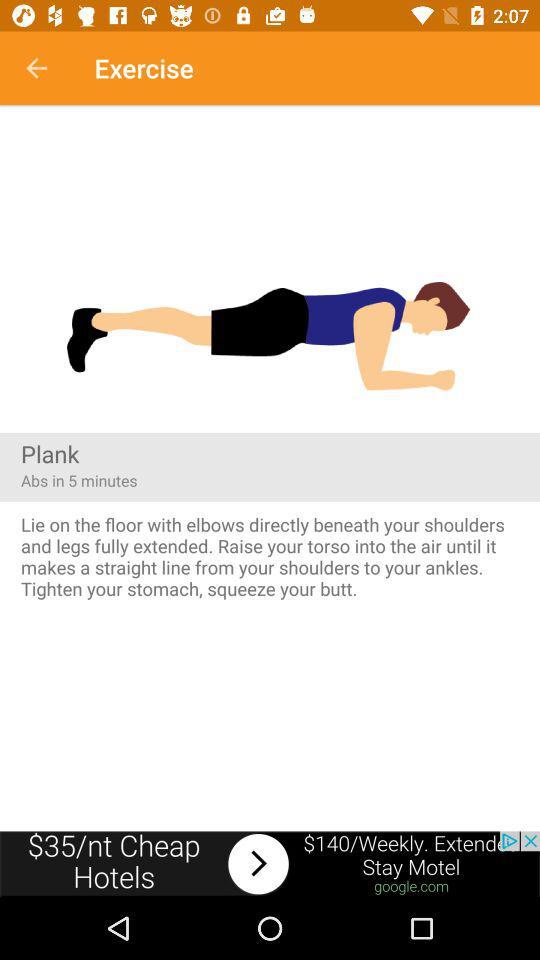 The height and width of the screenshot is (960, 540). What do you see at coordinates (270, 863) in the screenshot?
I see `open advertisement` at bounding box center [270, 863].